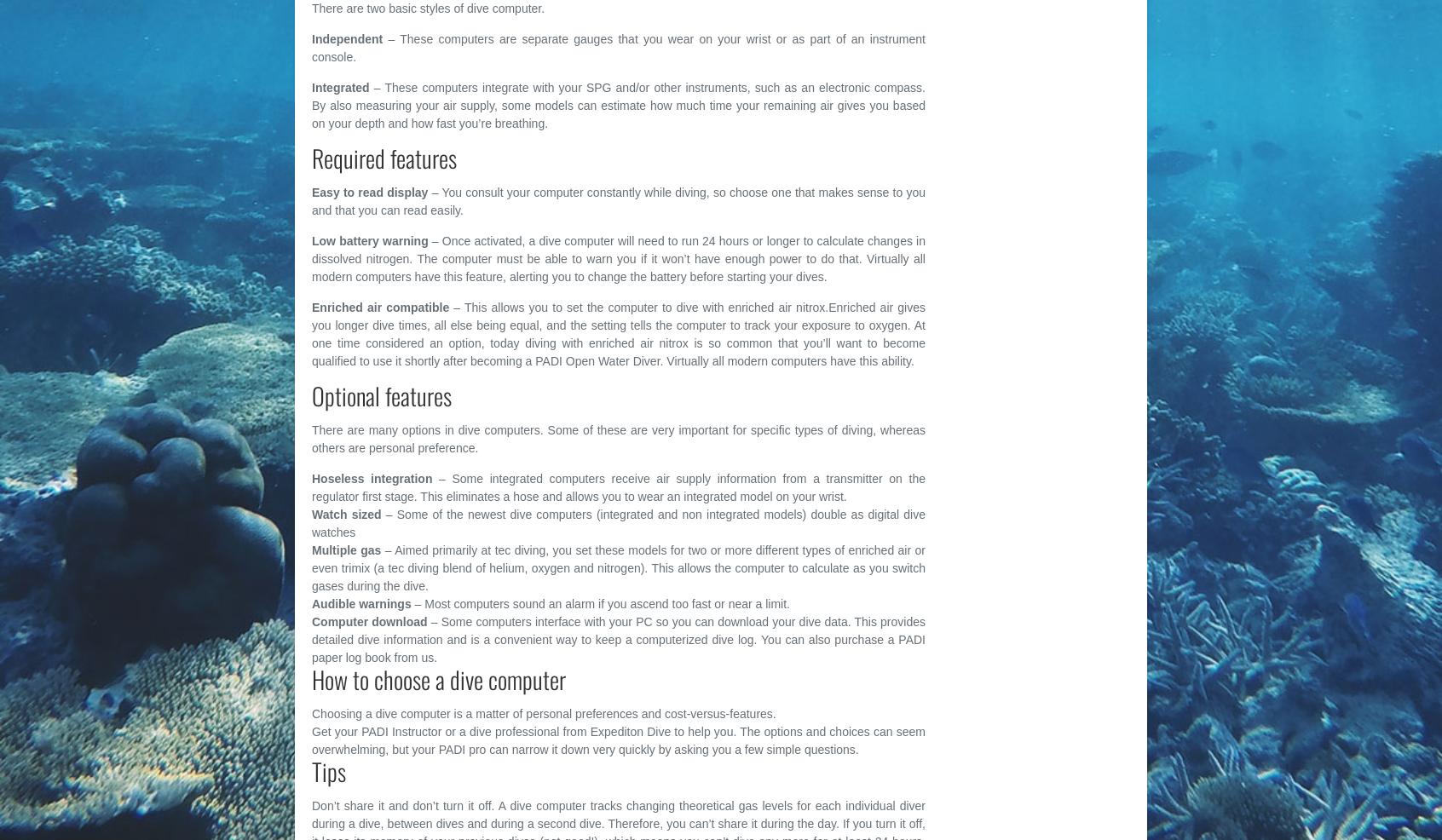 This screenshot has width=1442, height=840. Describe the element at coordinates (311, 603) in the screenshot. I see `'Audible warnings'` at that location.